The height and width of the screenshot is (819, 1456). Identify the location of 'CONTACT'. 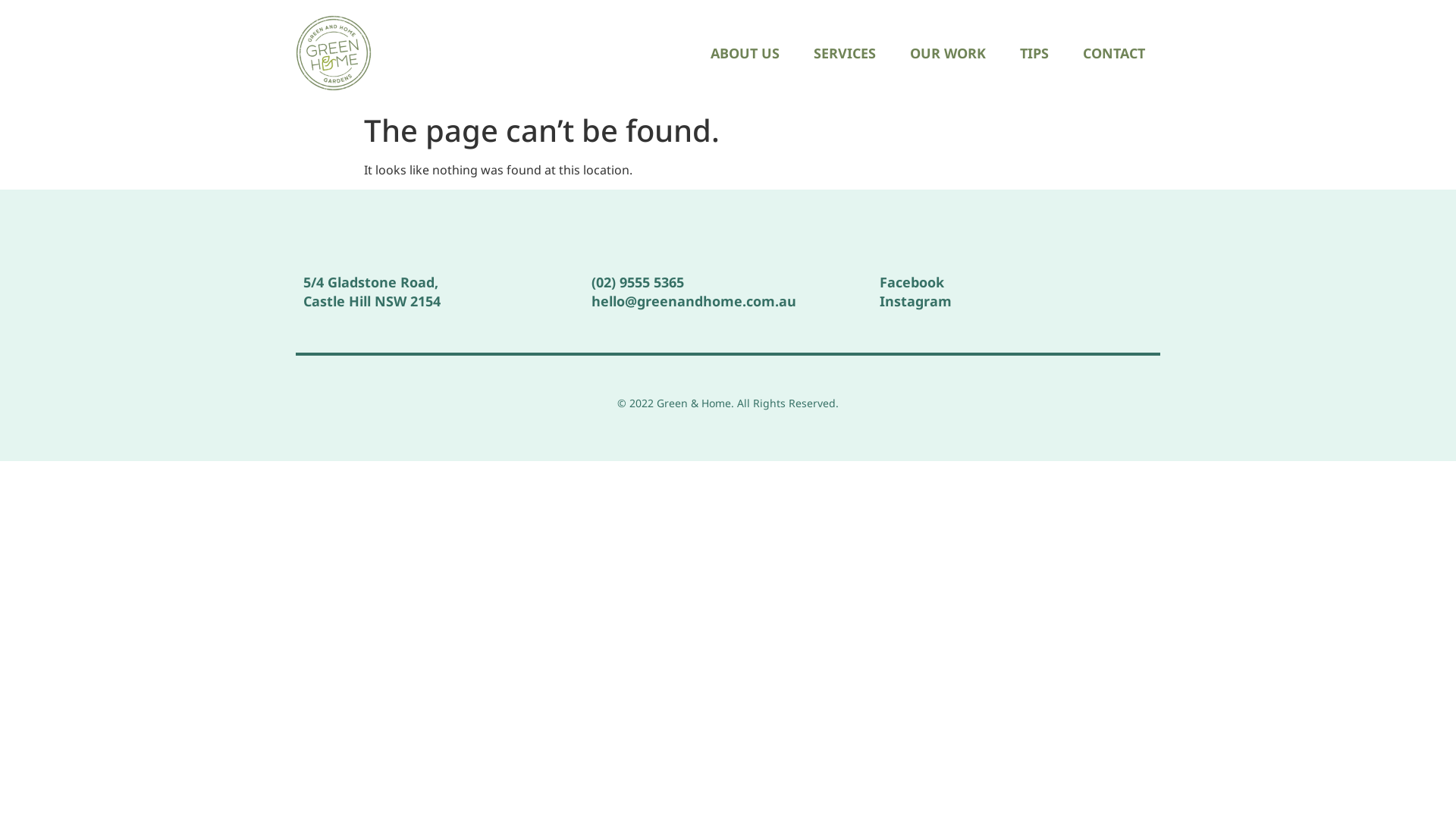
(1066, 52).